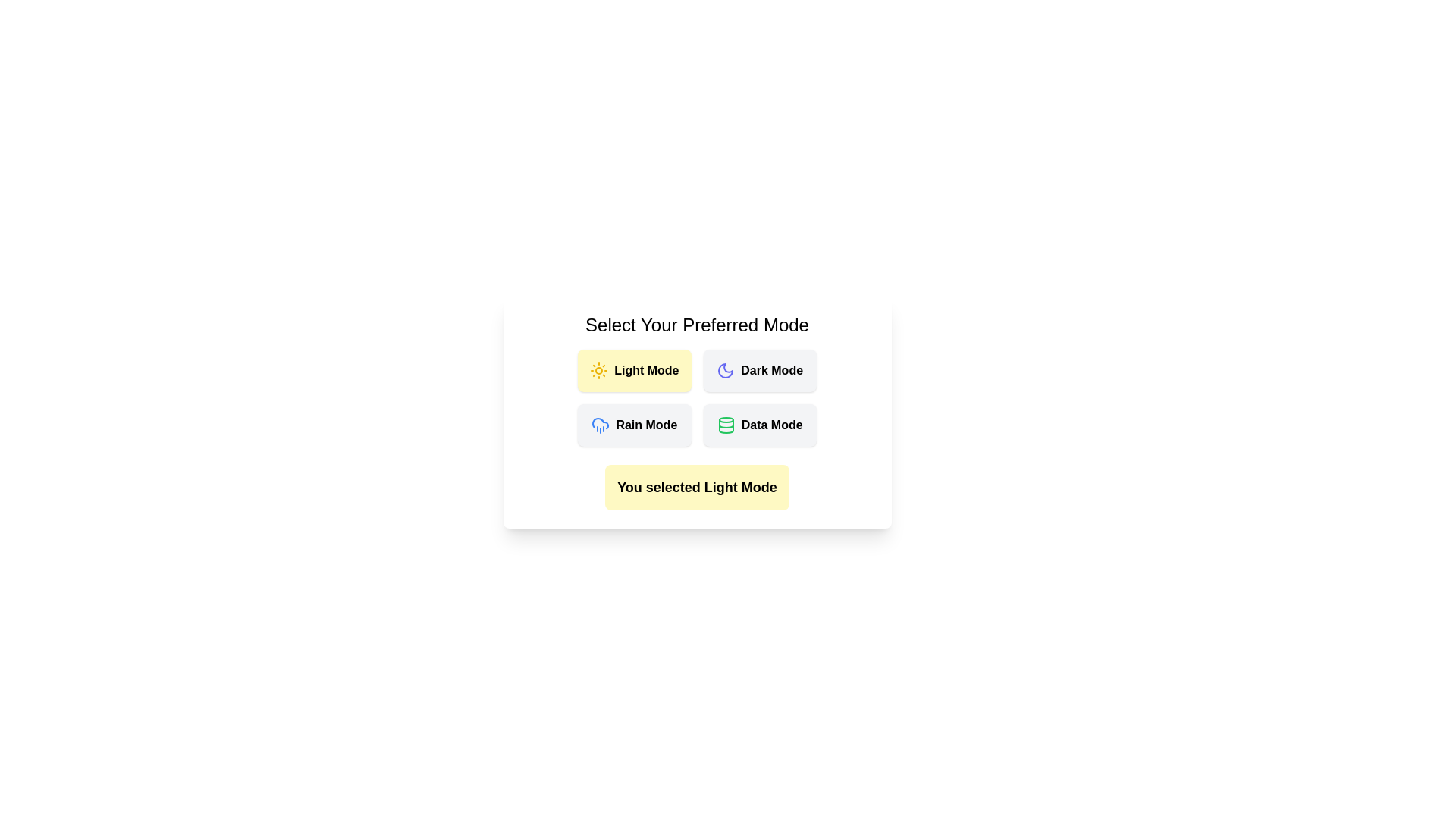 The height and width of the screenshot is (819, 1456). I want to click on the 'Rain Mode' button located in the lower left section of the mode selector grid, so click(634, 425).